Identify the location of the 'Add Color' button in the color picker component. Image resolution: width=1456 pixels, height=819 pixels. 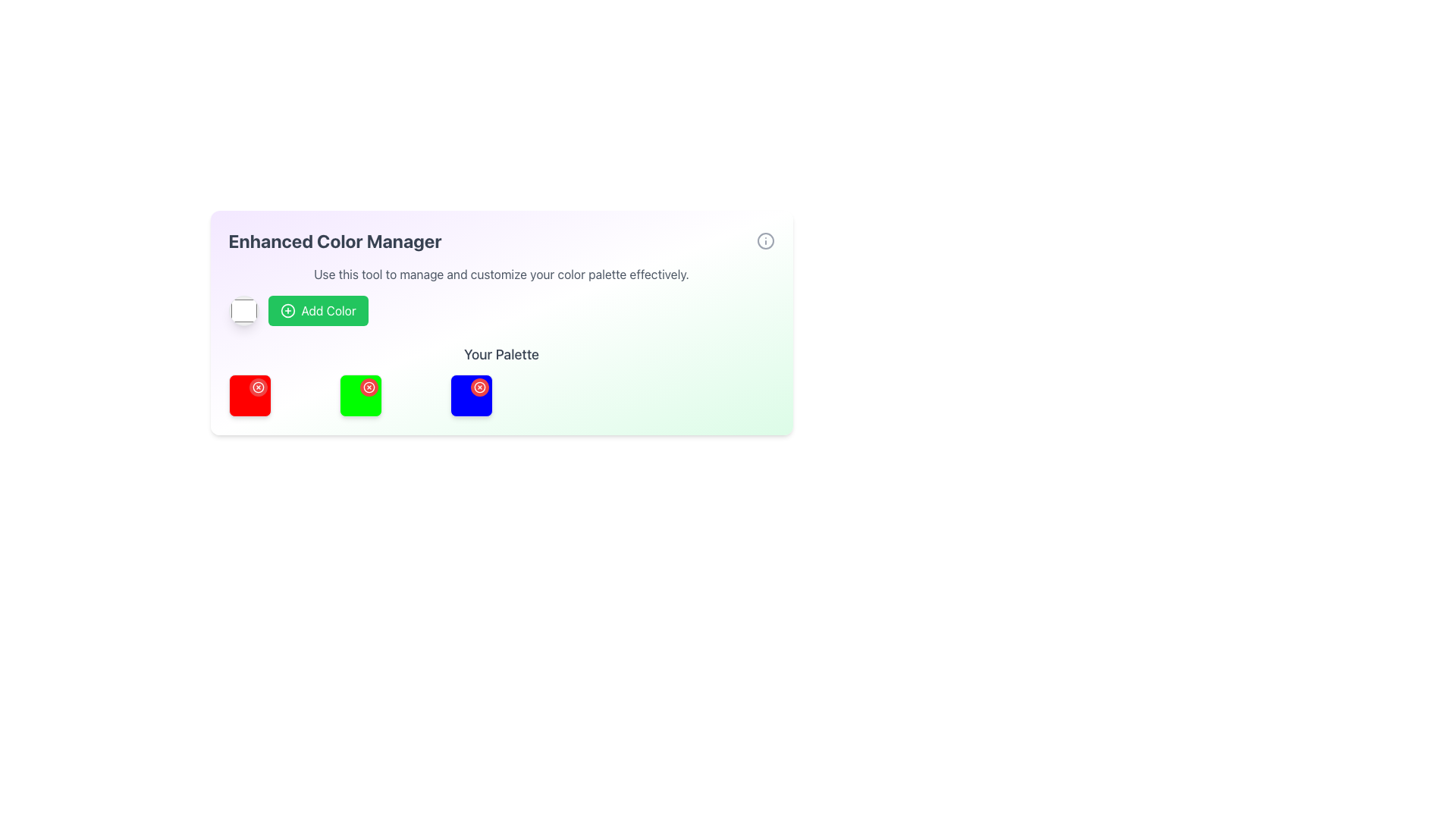
(501, 309).